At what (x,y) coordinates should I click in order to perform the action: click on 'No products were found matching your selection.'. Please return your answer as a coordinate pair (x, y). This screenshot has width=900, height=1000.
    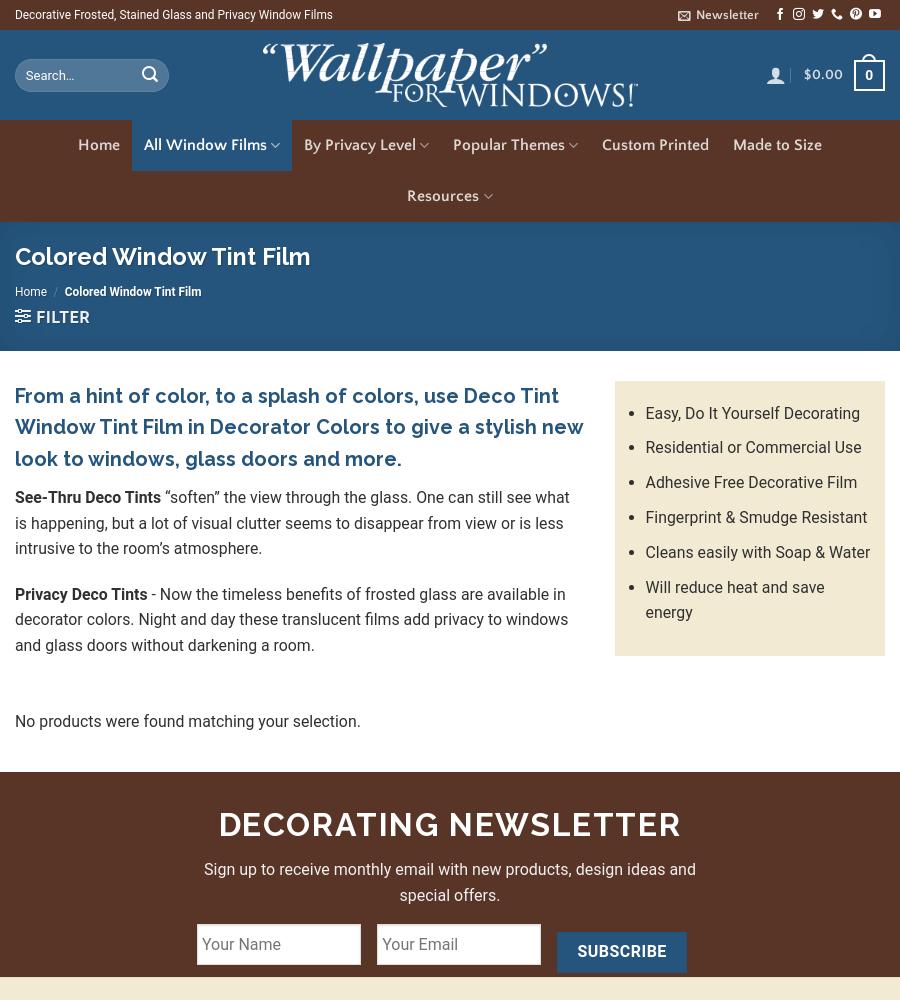
    Looking at the image, I should click on (14, 719).